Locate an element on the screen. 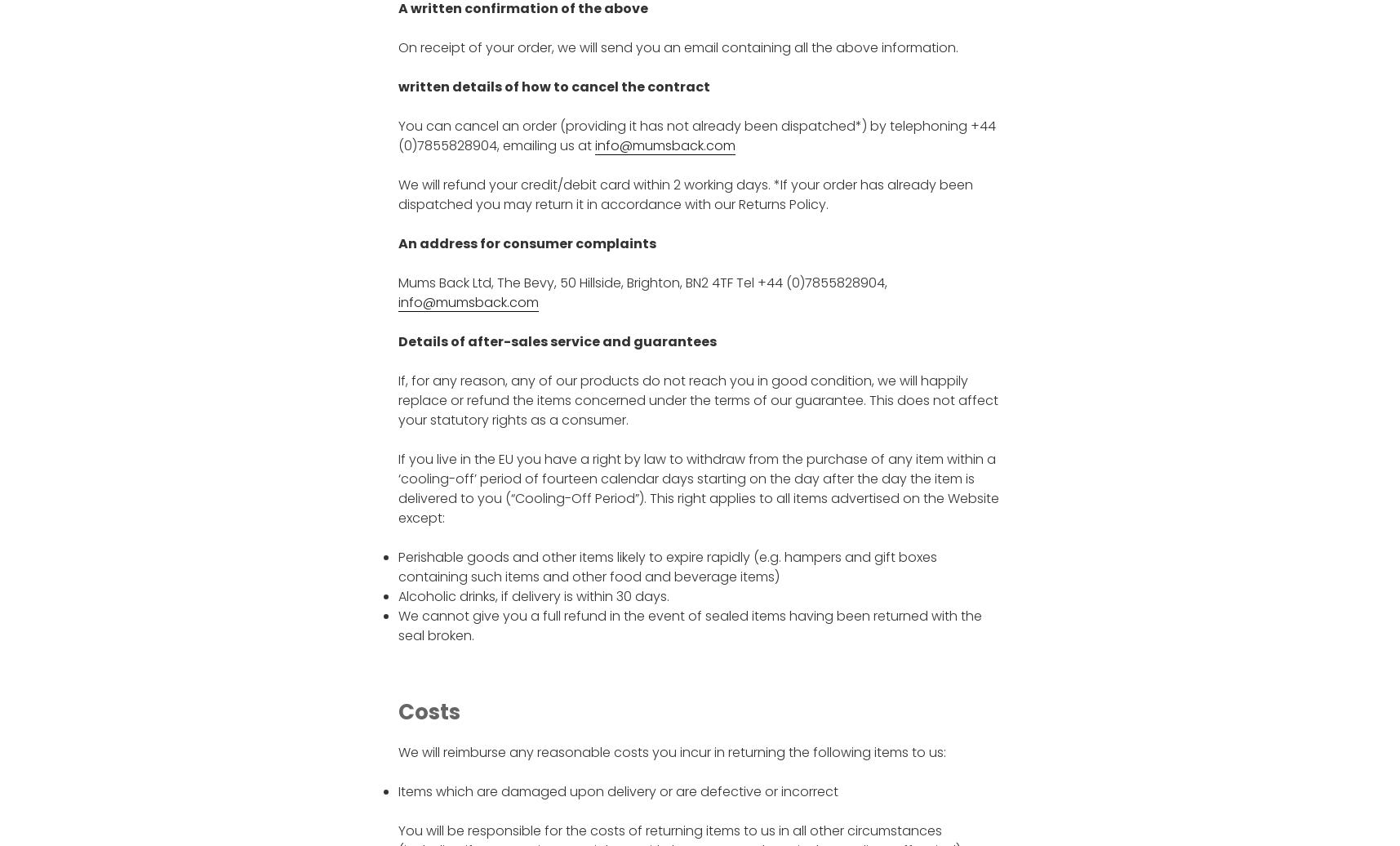 The width and height of the screenshot is (1400, 846). 'written details of how to cancel the contract' is located at coordinates (553, 87).